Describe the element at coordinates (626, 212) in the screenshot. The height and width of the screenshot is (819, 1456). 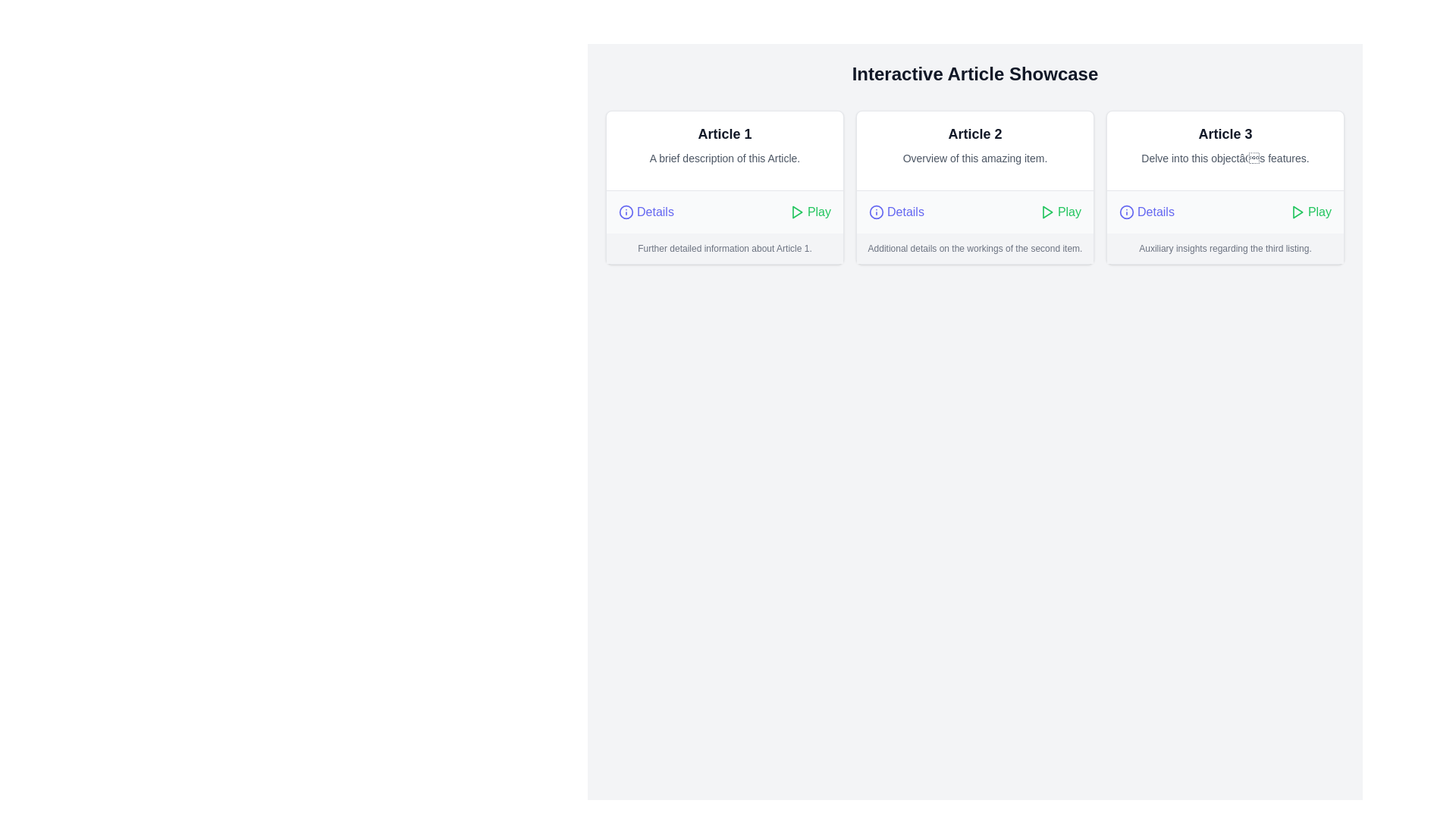
I see `the stroke-only circle element which is part of the SVG graphic representing an information symbol, located directly above the 'Details' link in the middle card of a 3-card layout` at that location.